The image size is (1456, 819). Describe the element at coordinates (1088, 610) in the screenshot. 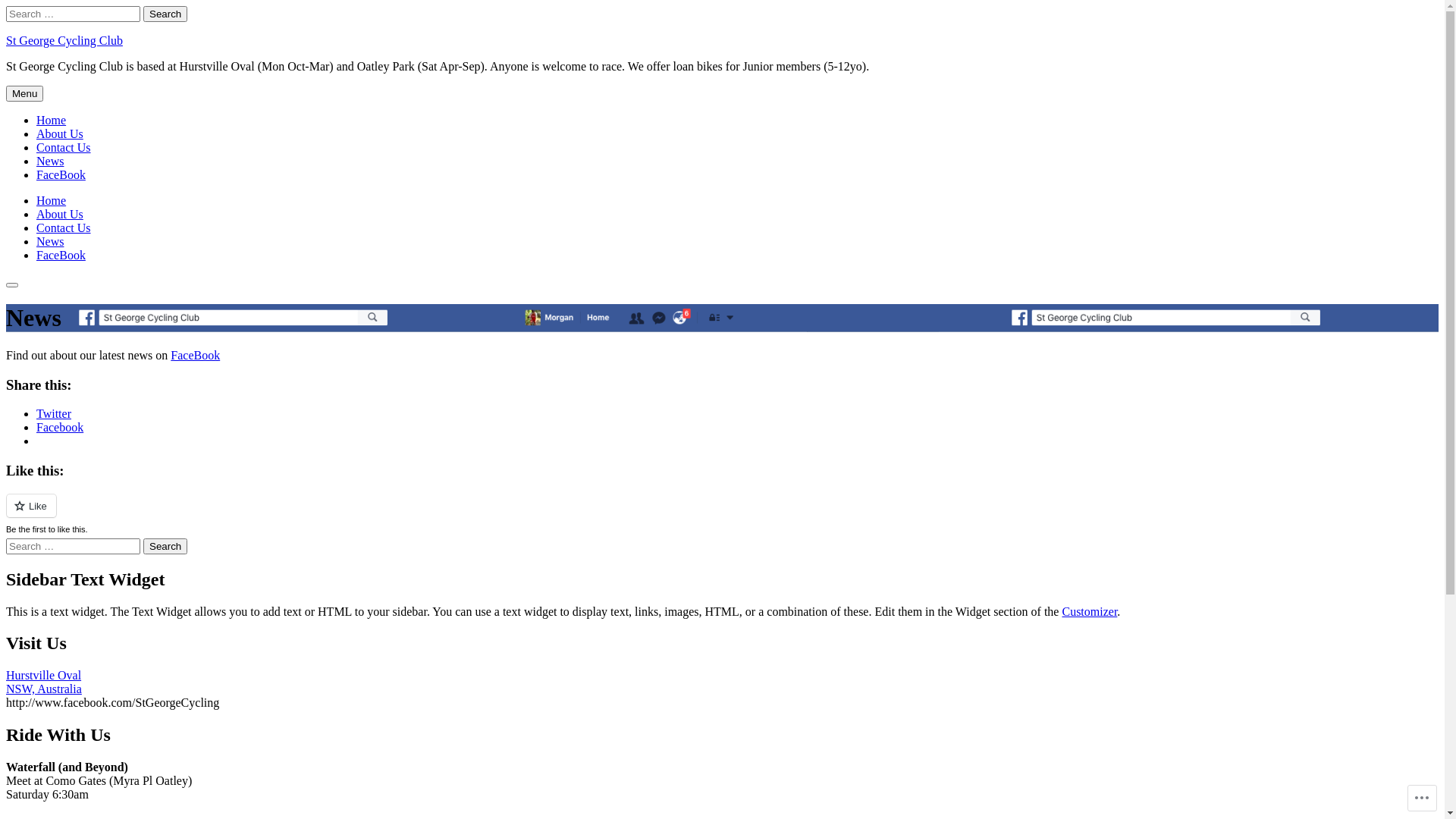

I see `'Customizer'` at that location.